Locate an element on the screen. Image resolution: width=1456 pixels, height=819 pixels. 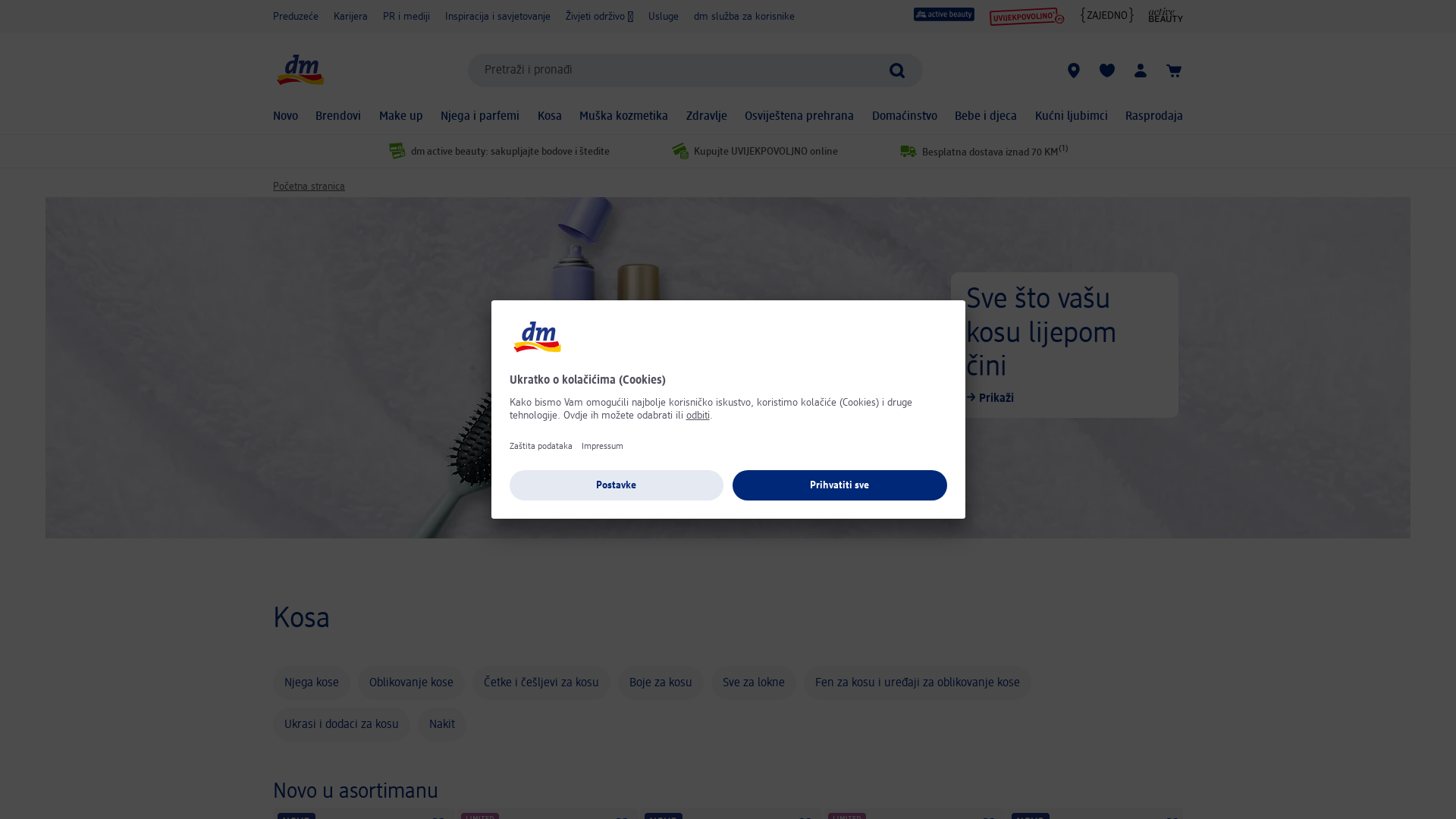
'UVIJEKPOVOLJNO' is located at coordinates (1027, 17).